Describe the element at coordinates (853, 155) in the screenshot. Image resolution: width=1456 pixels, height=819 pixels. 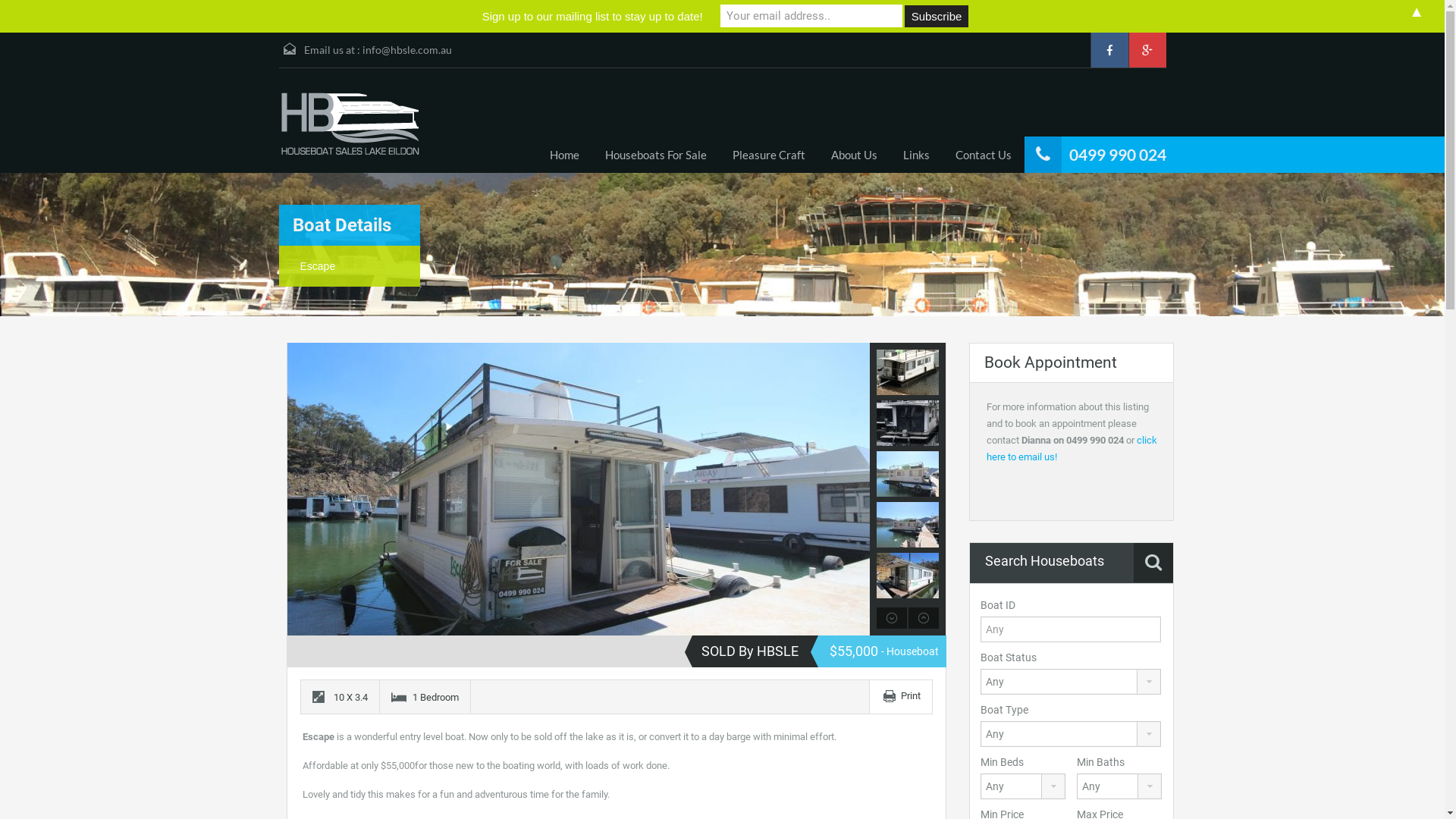
I see `'About Us'` at that location.